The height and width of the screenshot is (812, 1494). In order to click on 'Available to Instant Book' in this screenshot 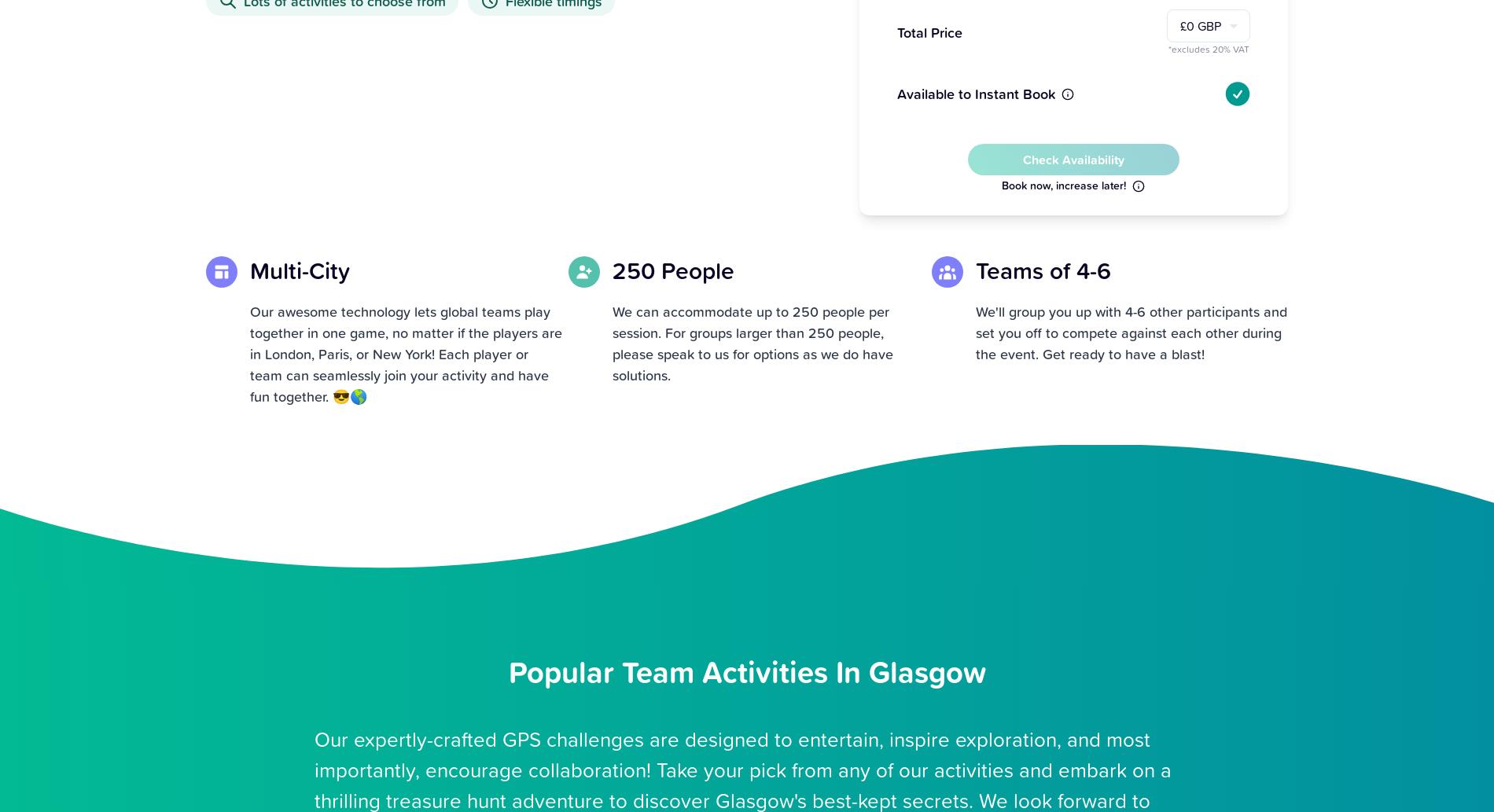, I will do `click(974, 93)`.